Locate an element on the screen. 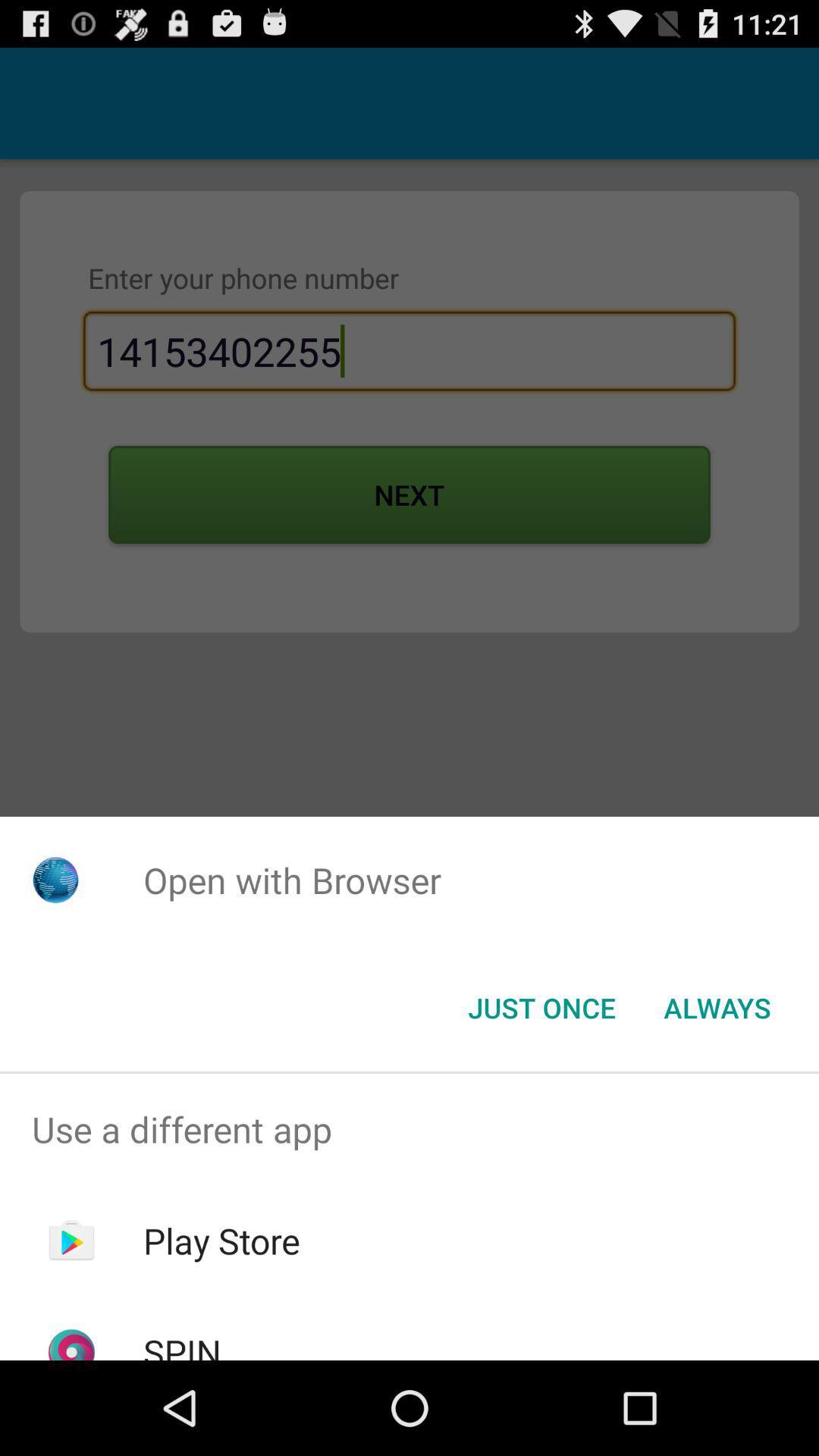  app above play store item is located at coordinates (409, 1129).